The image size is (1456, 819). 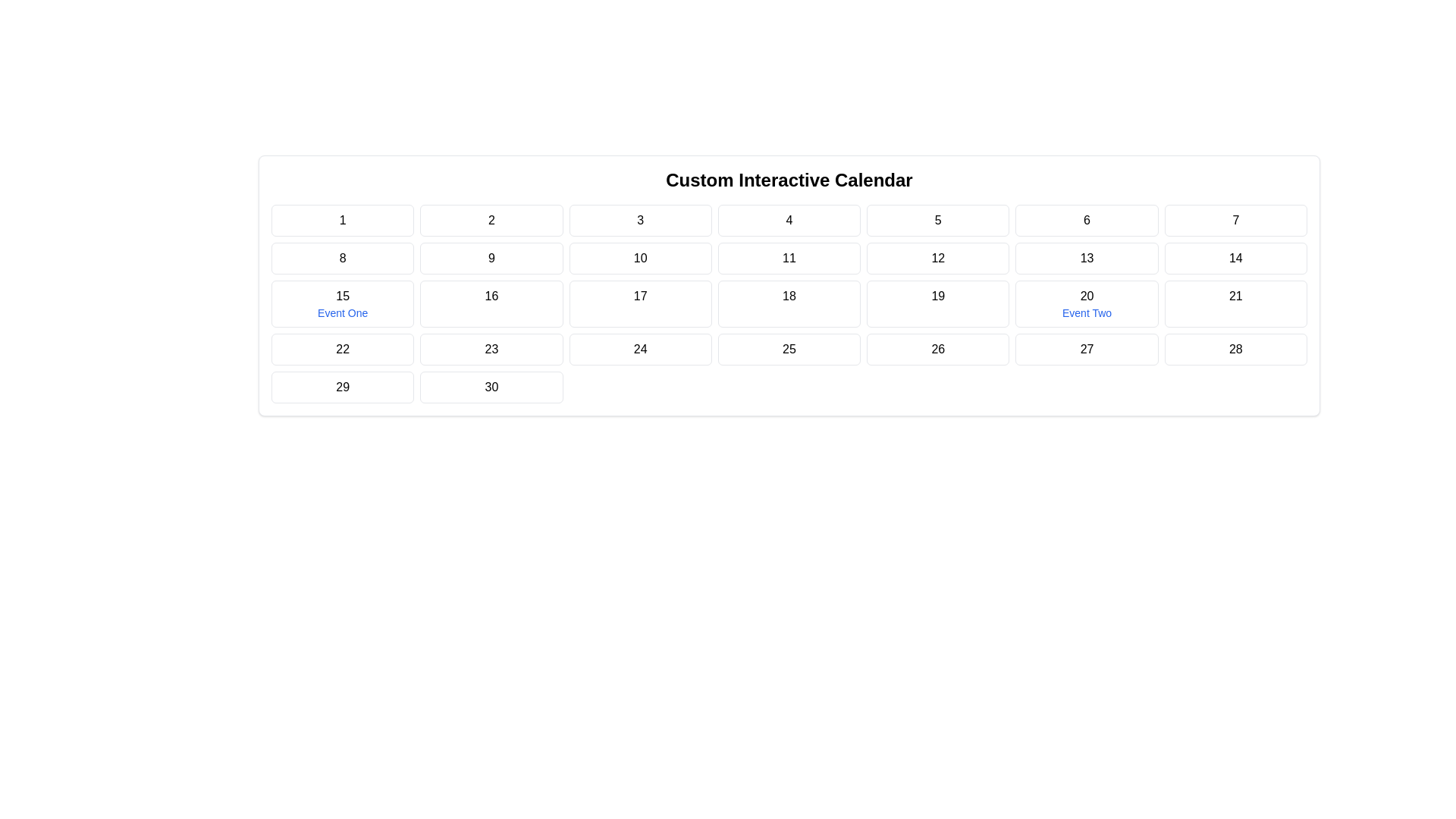 What do you see at coordinates (491, 220) in the screenshot?
I see `the Text display box representing the number '2' in the calendar interface, located in the second column, adjacent to '1' and '3'` at bounding box center [491, 220].